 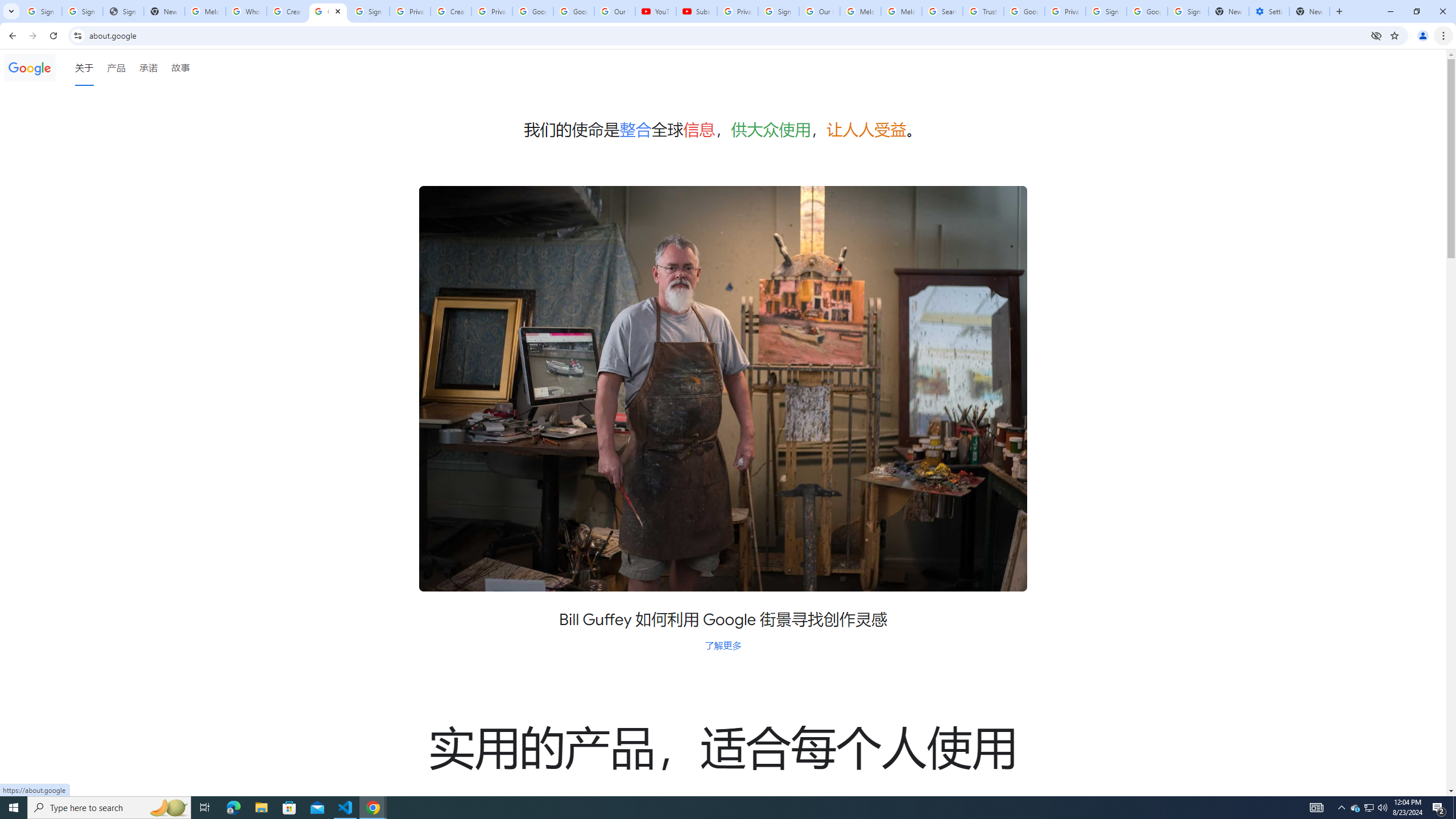 What do you see at coordinates (696, 11) in the screenshot?
I see `'Subscriptions - YouTube'` at bounding box center [696, 11].